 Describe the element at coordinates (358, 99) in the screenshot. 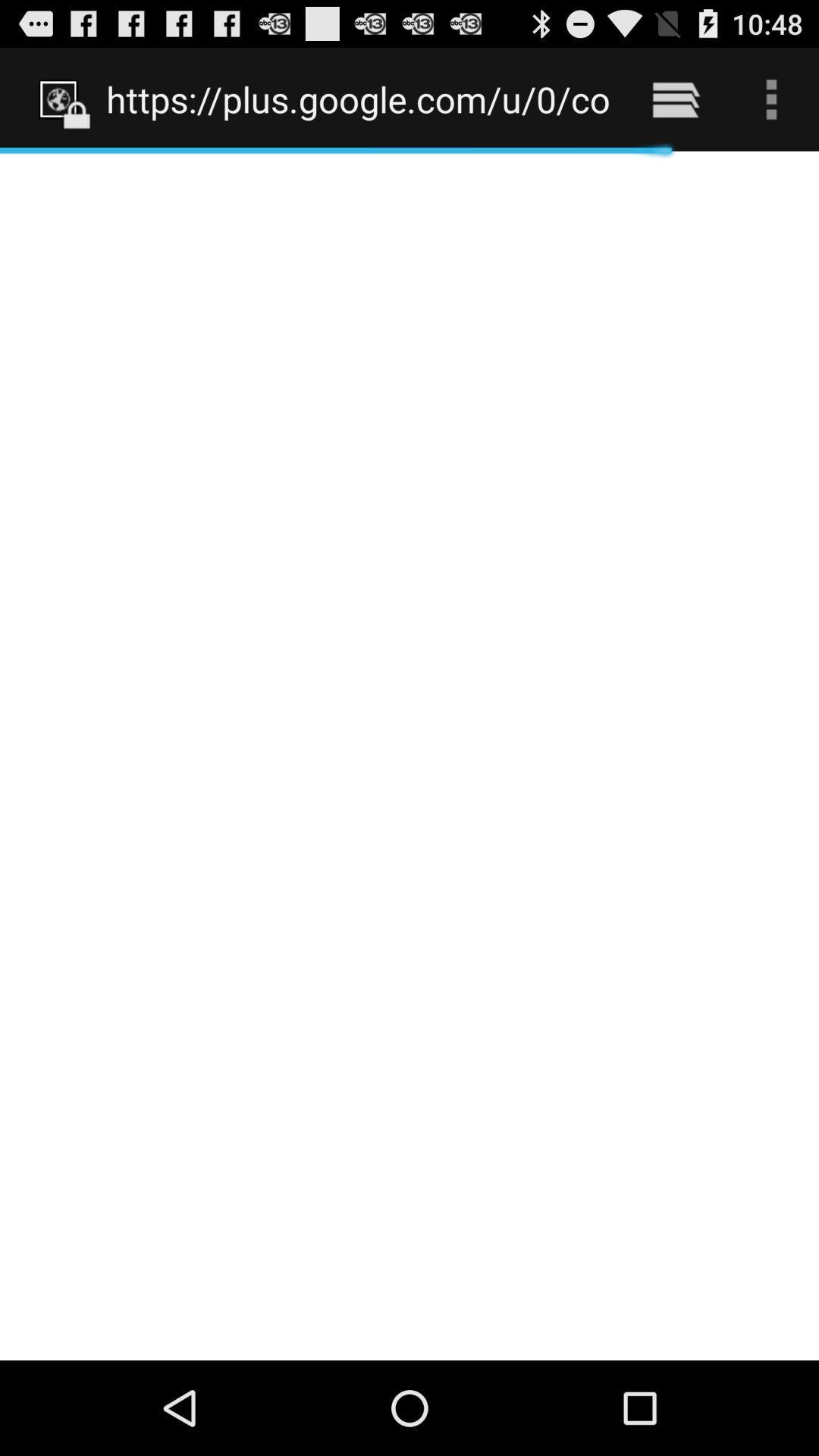

I see `the https plus google at the top` at that location.